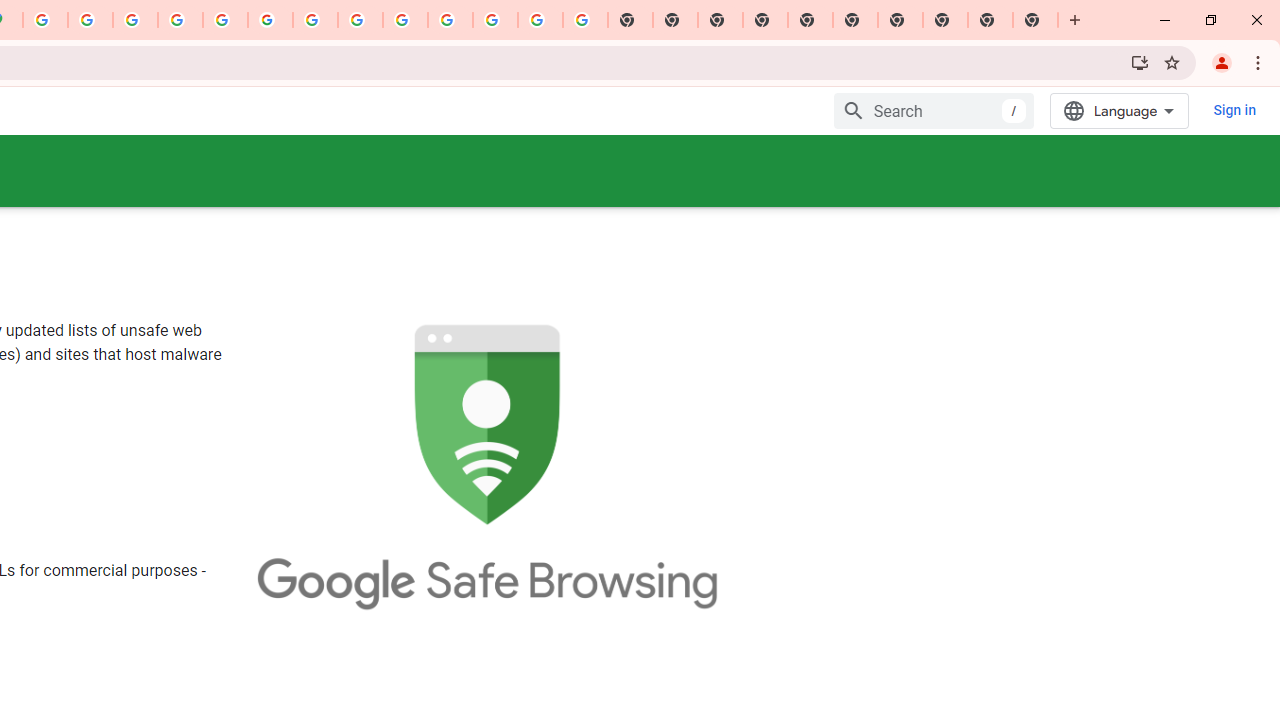 This screenshot has height=720, width=1280. What do you see at coordinates (314, 20) in the screenshot?
I see `'YouTube'` at bounding box center [314, 20].